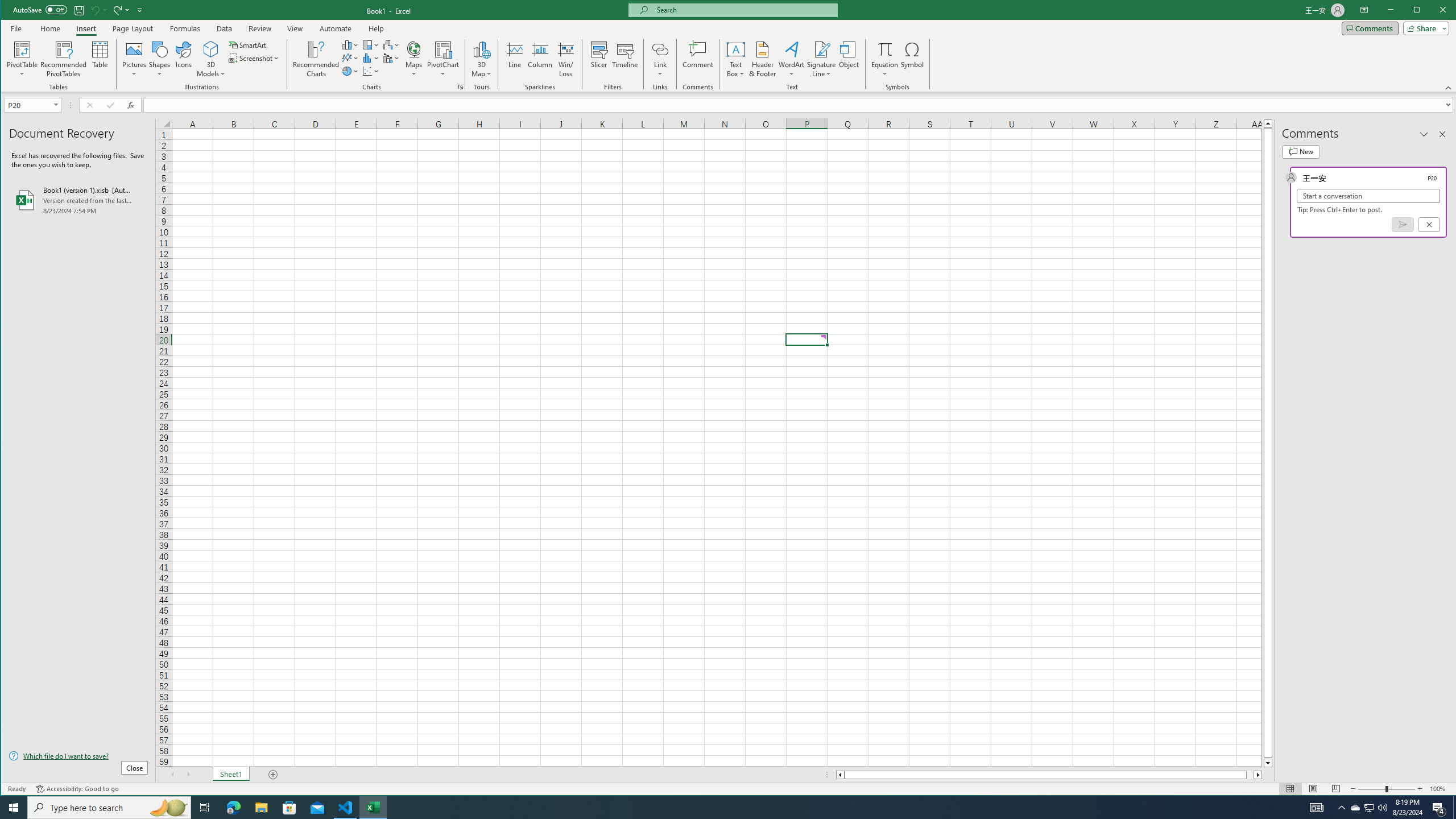 Image resolution: width=1456 pixels, height=819 pixels. What do you see at coordinates (100, 59) in the screenshot?
I see `'Table'` at bounding box center [100, 59].